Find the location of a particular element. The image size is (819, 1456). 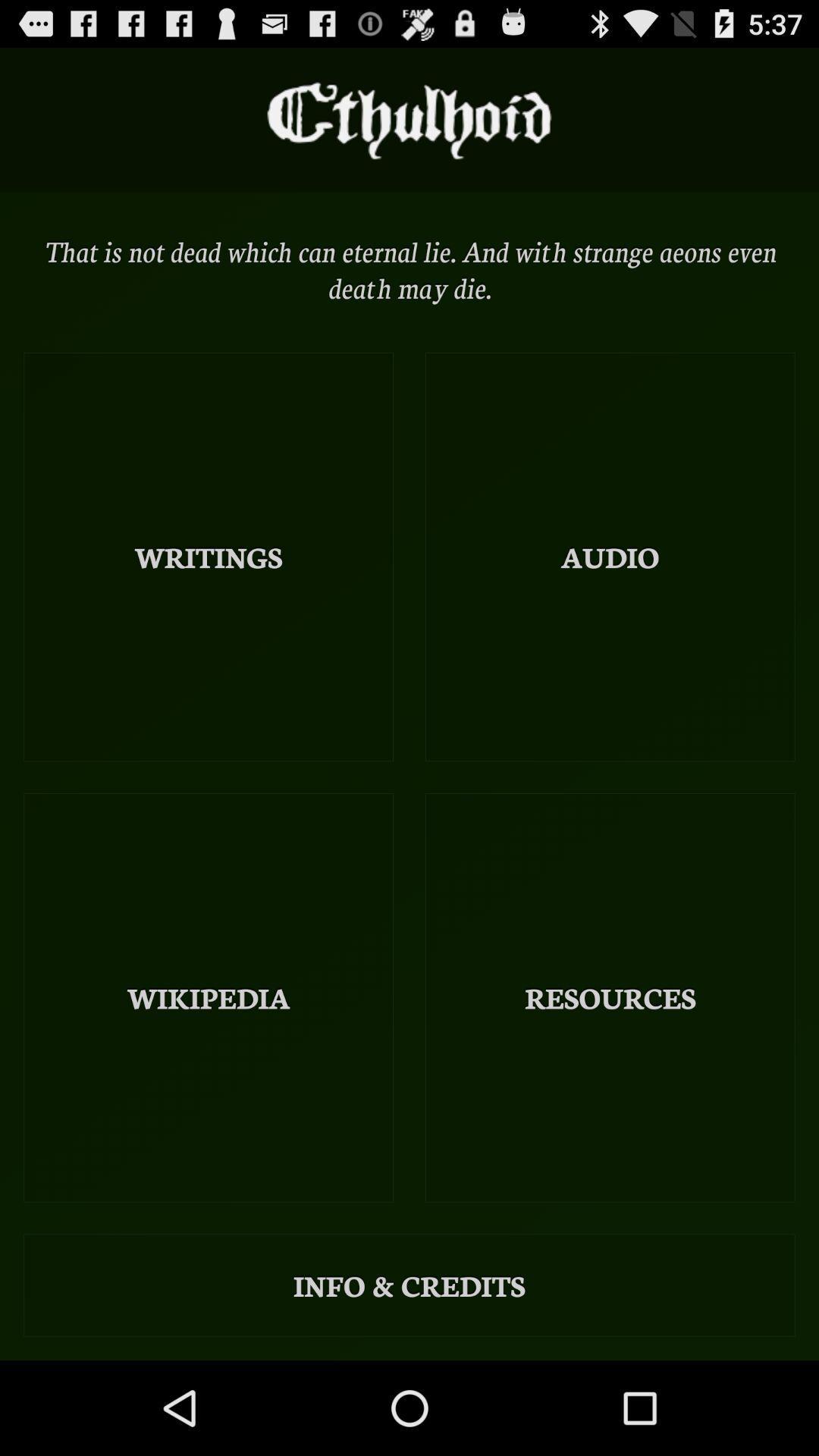

icon below audio icon is located at coordinates (609, 997).